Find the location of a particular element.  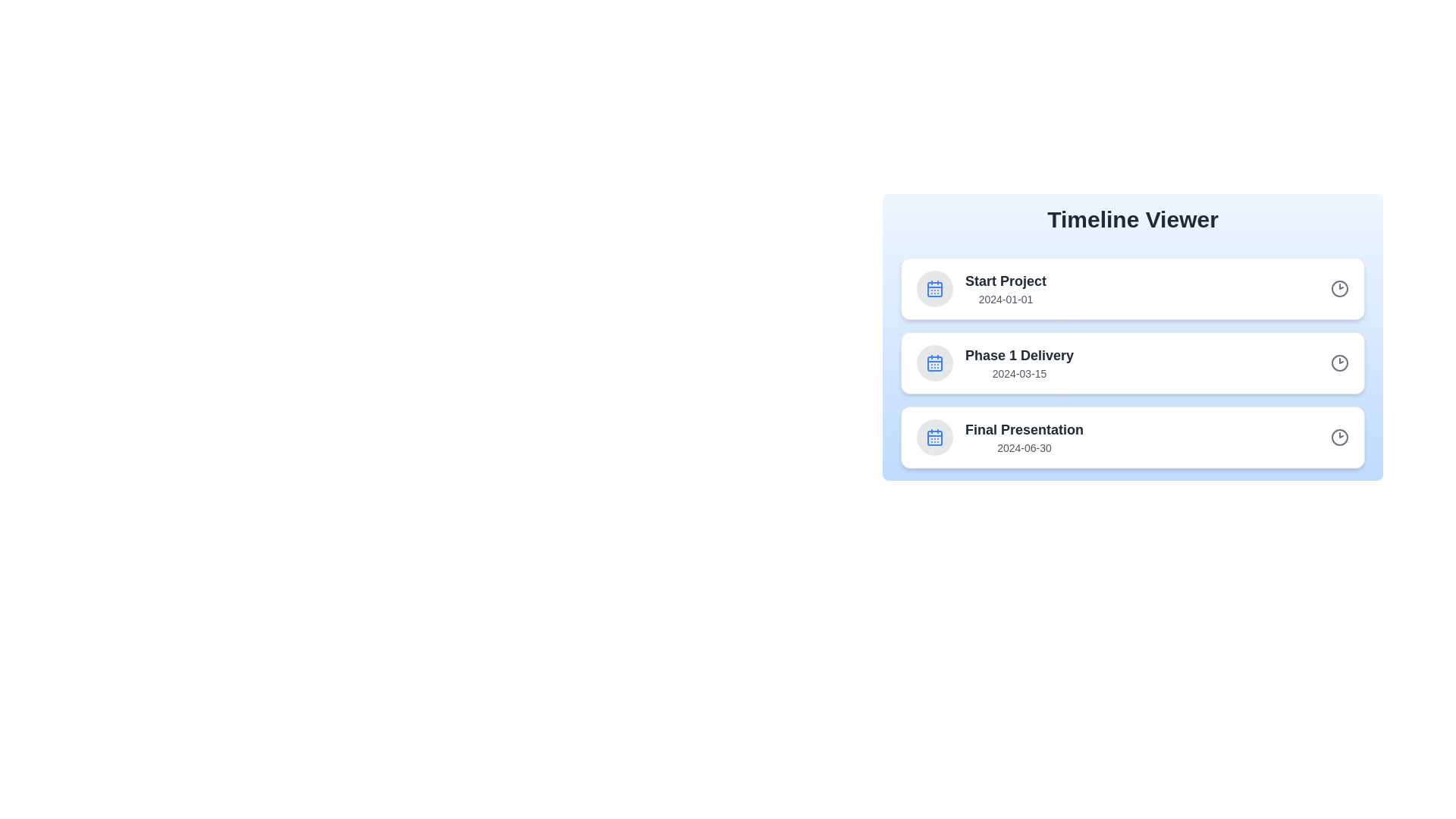

the calendar icon located on the left side of each list item in the 'Timeline Viewer' interface is located at coordinates (934, 362).